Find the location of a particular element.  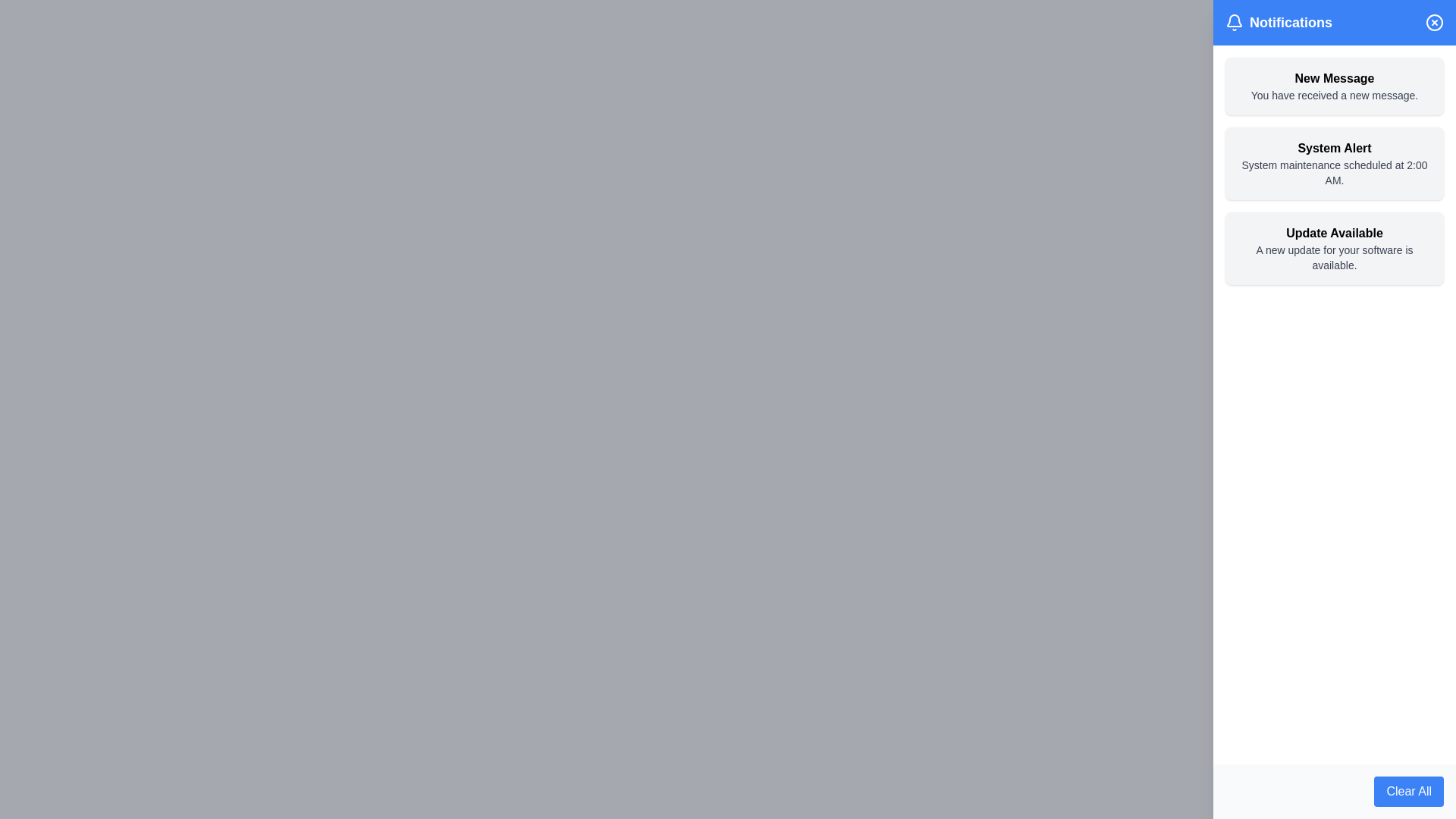

the third notification card in the vertical notification panel that informs the user about an available software update is located at coordinates (1335, 247).